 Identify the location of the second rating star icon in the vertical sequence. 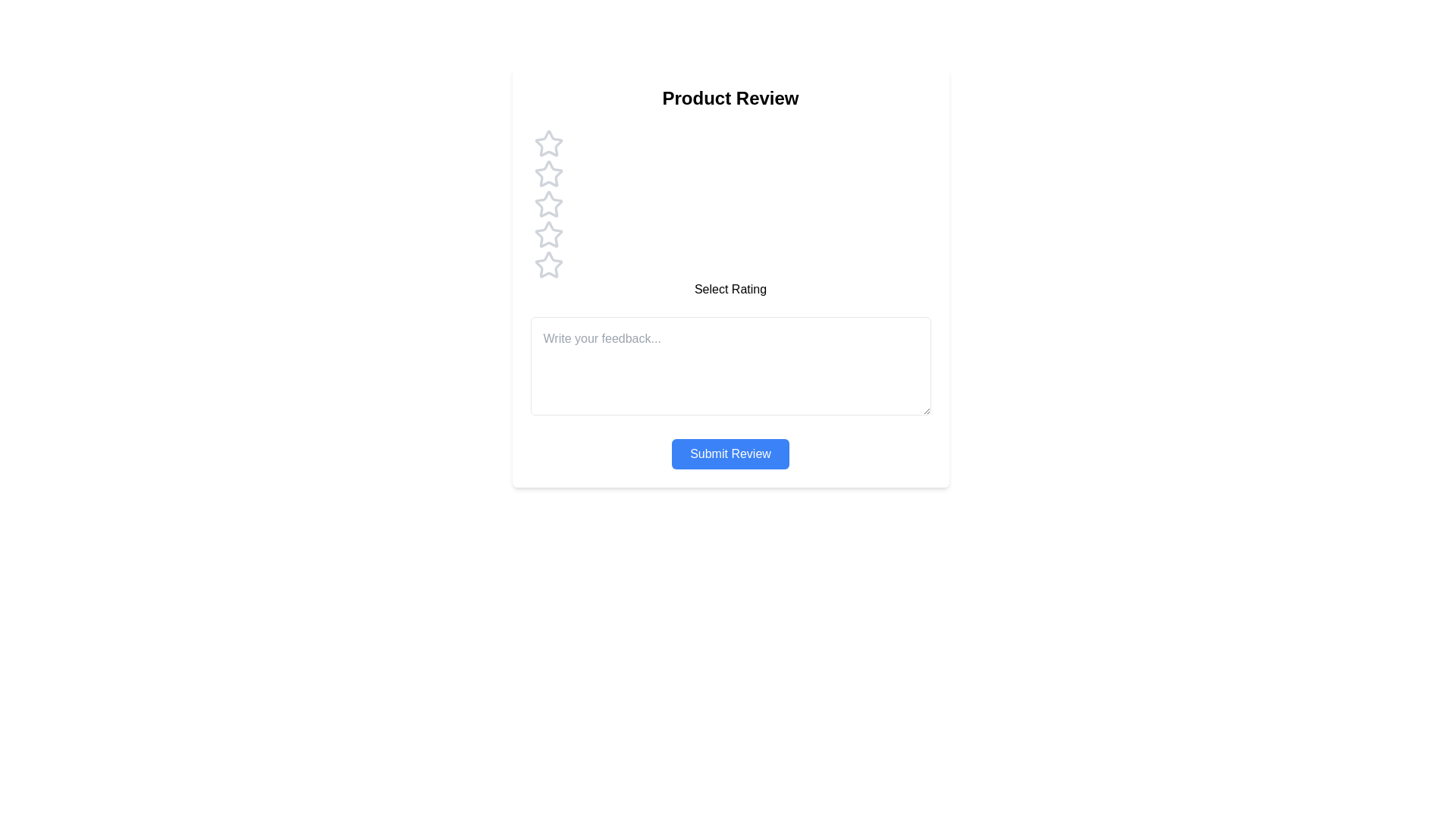
(548, 173).